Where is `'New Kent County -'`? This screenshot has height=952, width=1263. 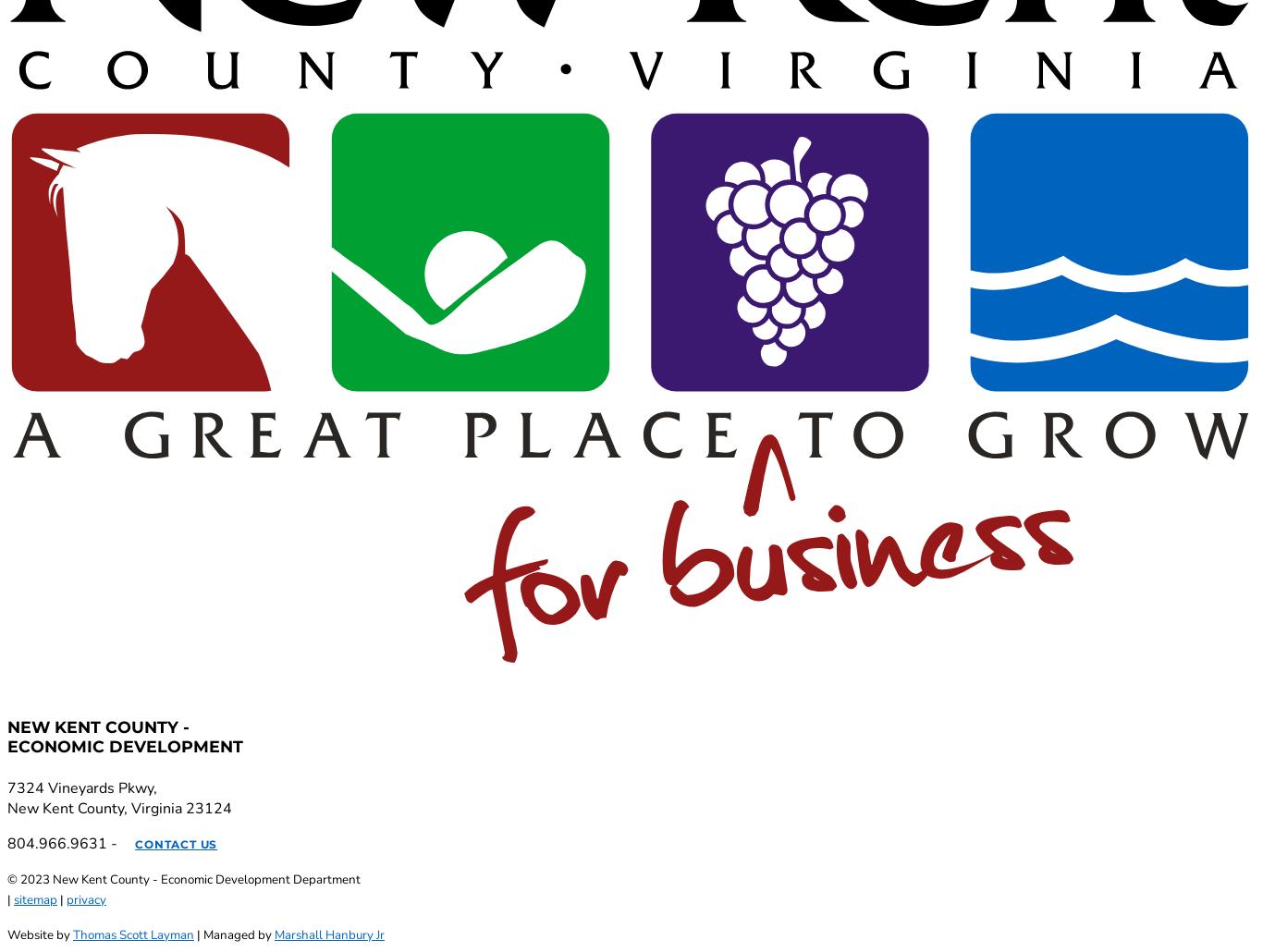
'New Kent County -' is located at coordinates (98, 726).